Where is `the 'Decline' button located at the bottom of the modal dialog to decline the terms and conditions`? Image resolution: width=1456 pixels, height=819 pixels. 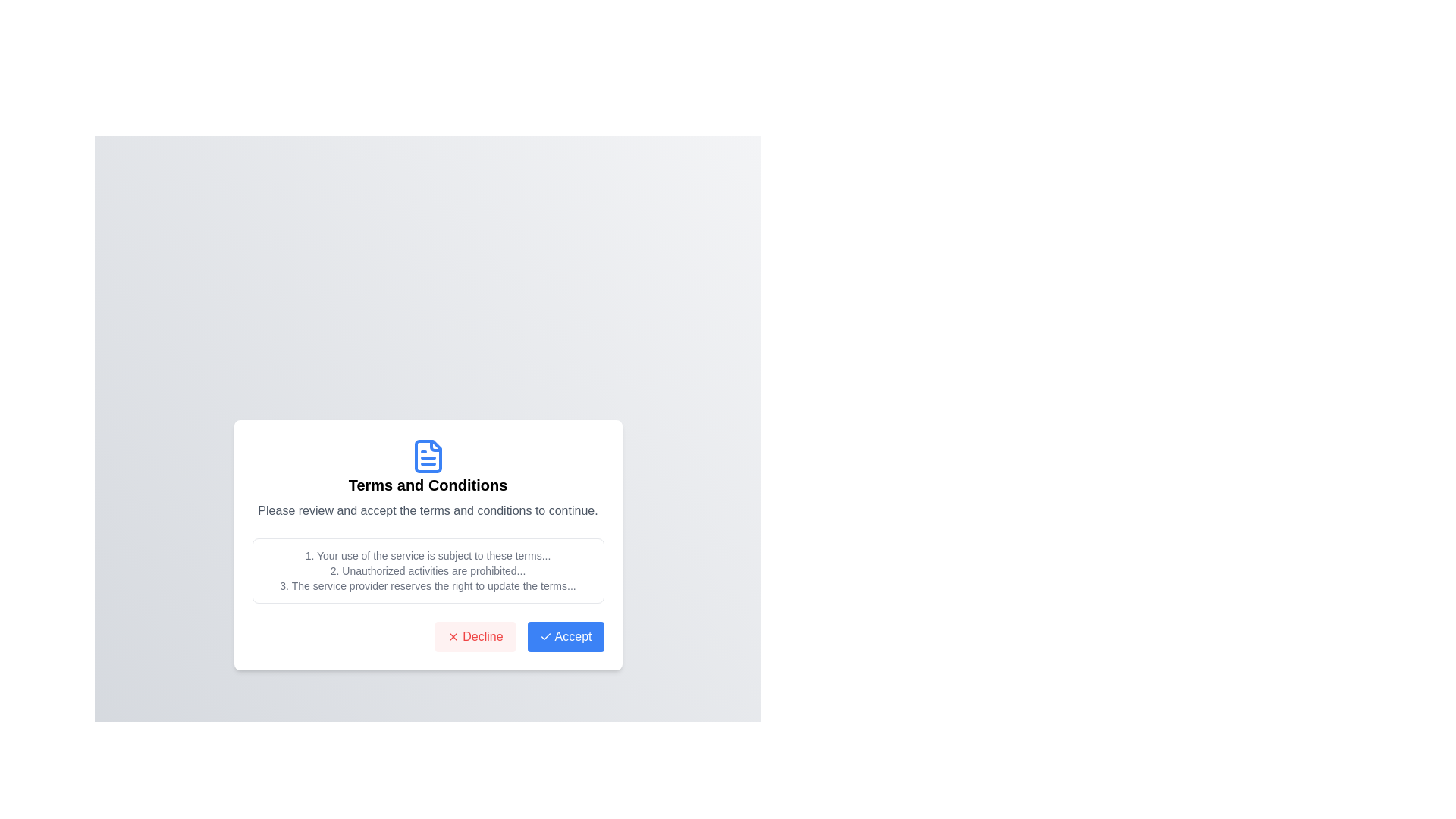 the 'Decline' button located at the bottom of the modal dialog to decline the terms and conditions is located at coordinates (474, 637).